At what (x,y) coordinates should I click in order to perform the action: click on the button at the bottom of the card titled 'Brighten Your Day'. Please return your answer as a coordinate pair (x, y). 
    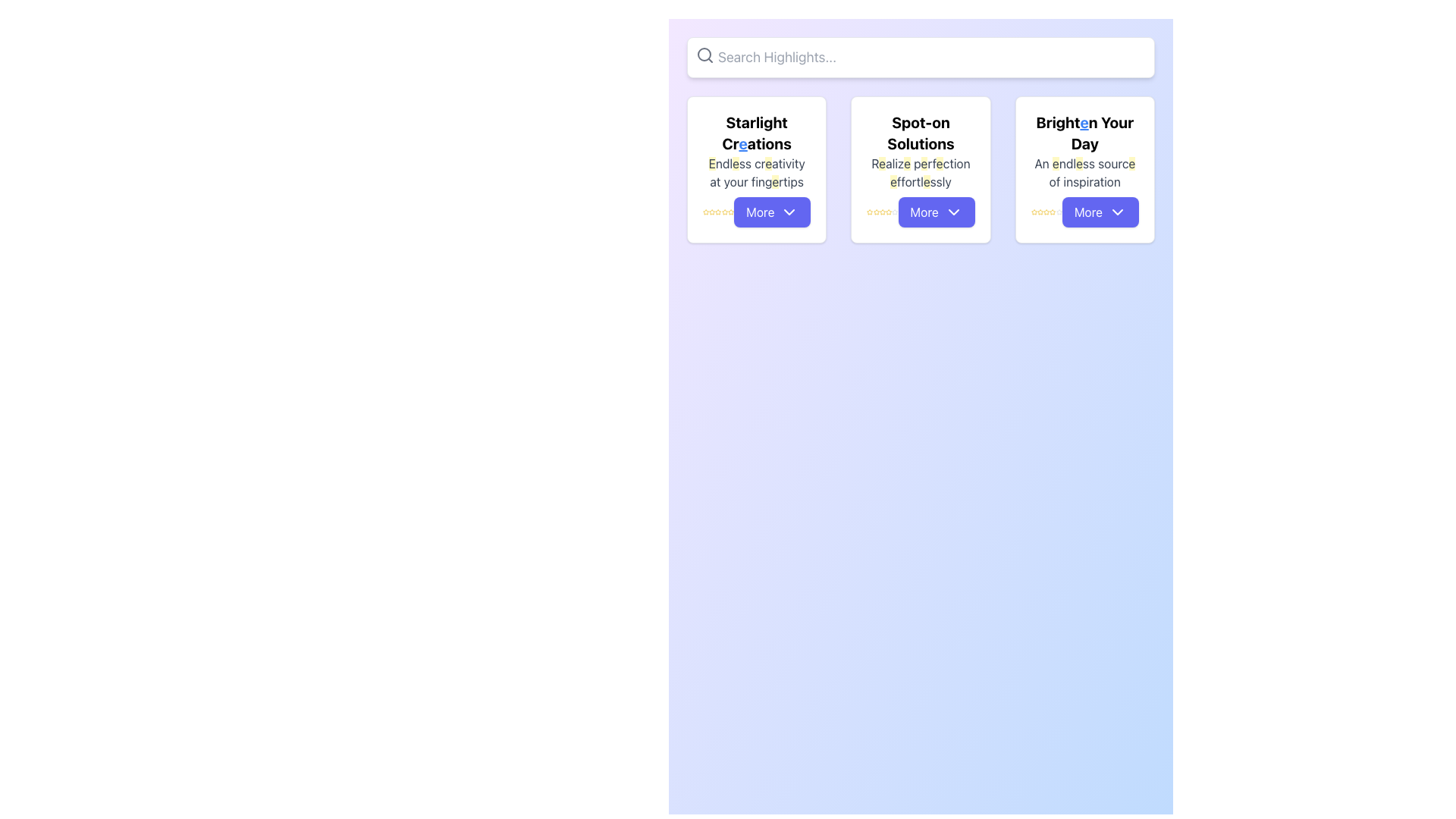
    Looking at the image, I should click on (1100, 212).